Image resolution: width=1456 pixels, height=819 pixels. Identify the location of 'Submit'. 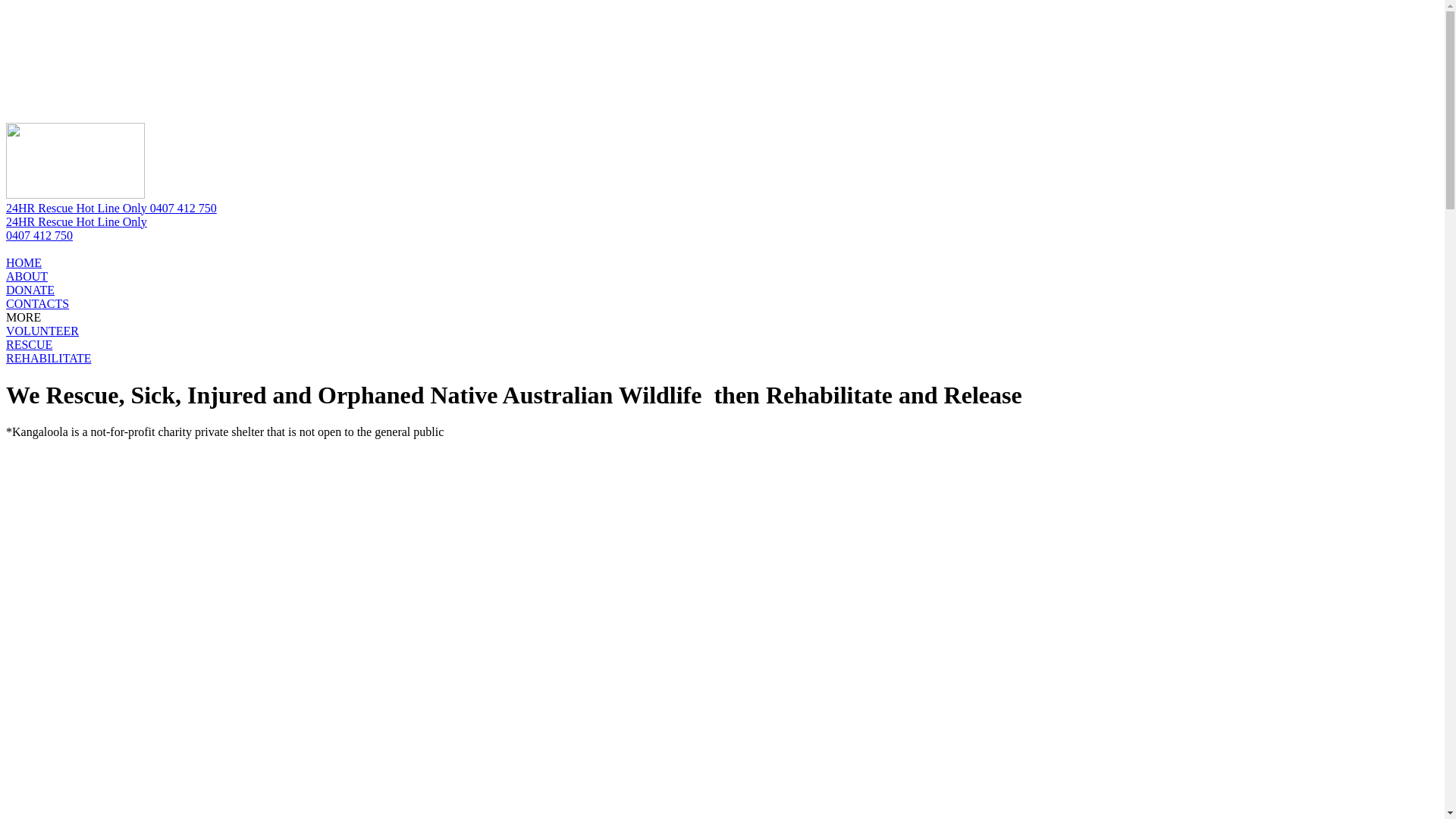
(140, 87).